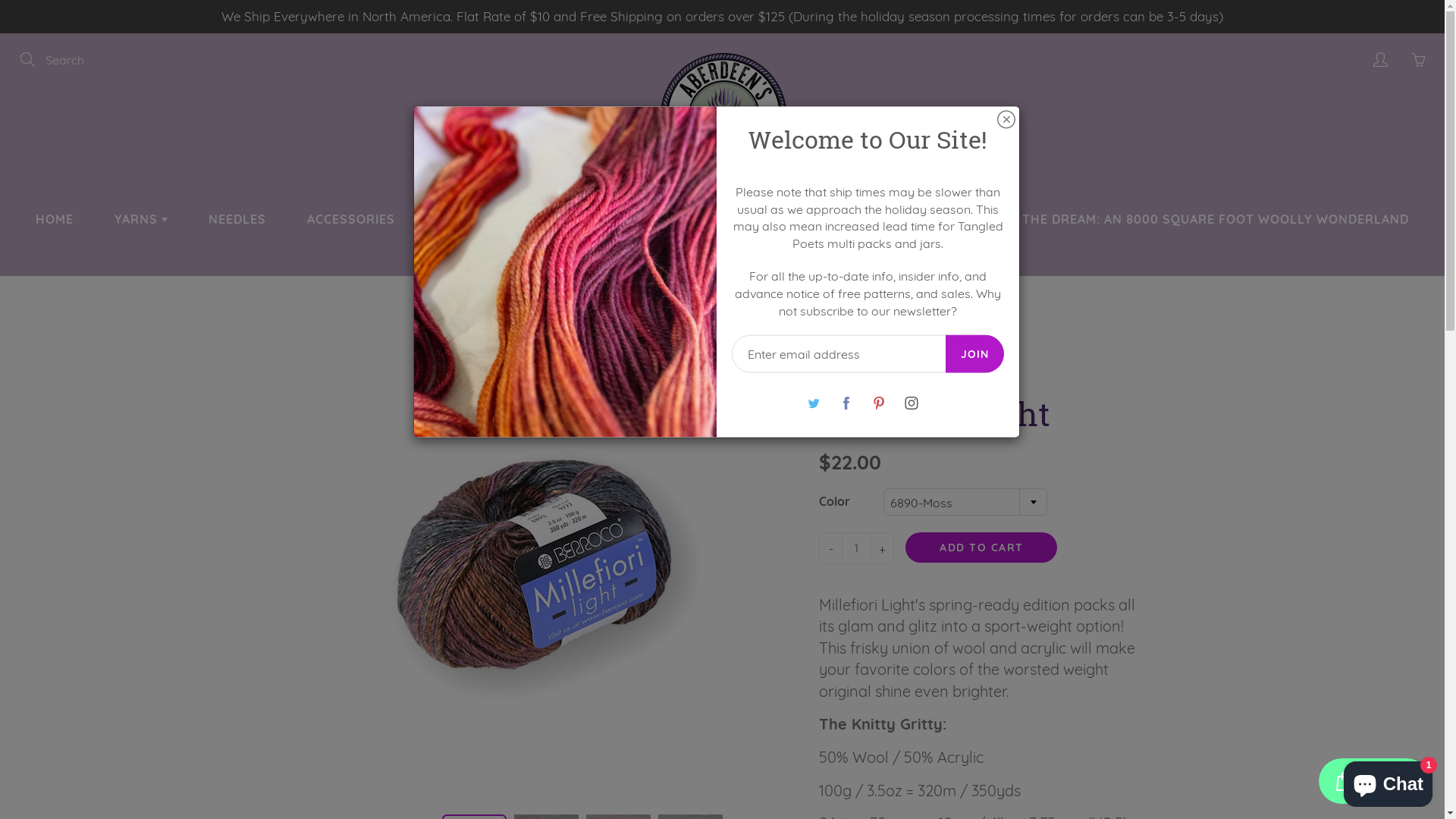 The image size is (1456, 819). Describe the element at coordinates (141, 219) in the screenshot. I see `'YARNS'` at that location.